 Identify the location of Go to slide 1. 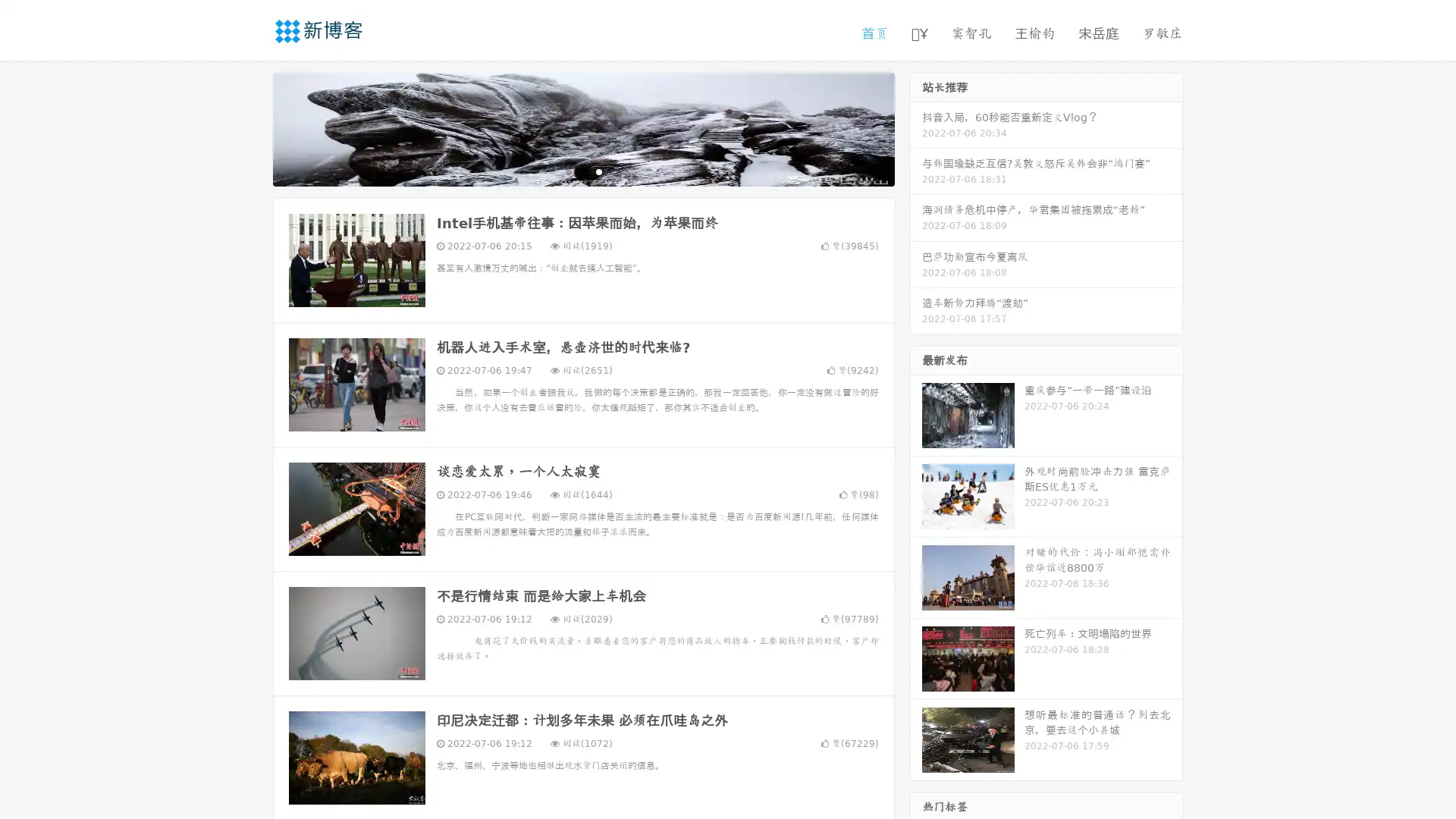
(567, 171).